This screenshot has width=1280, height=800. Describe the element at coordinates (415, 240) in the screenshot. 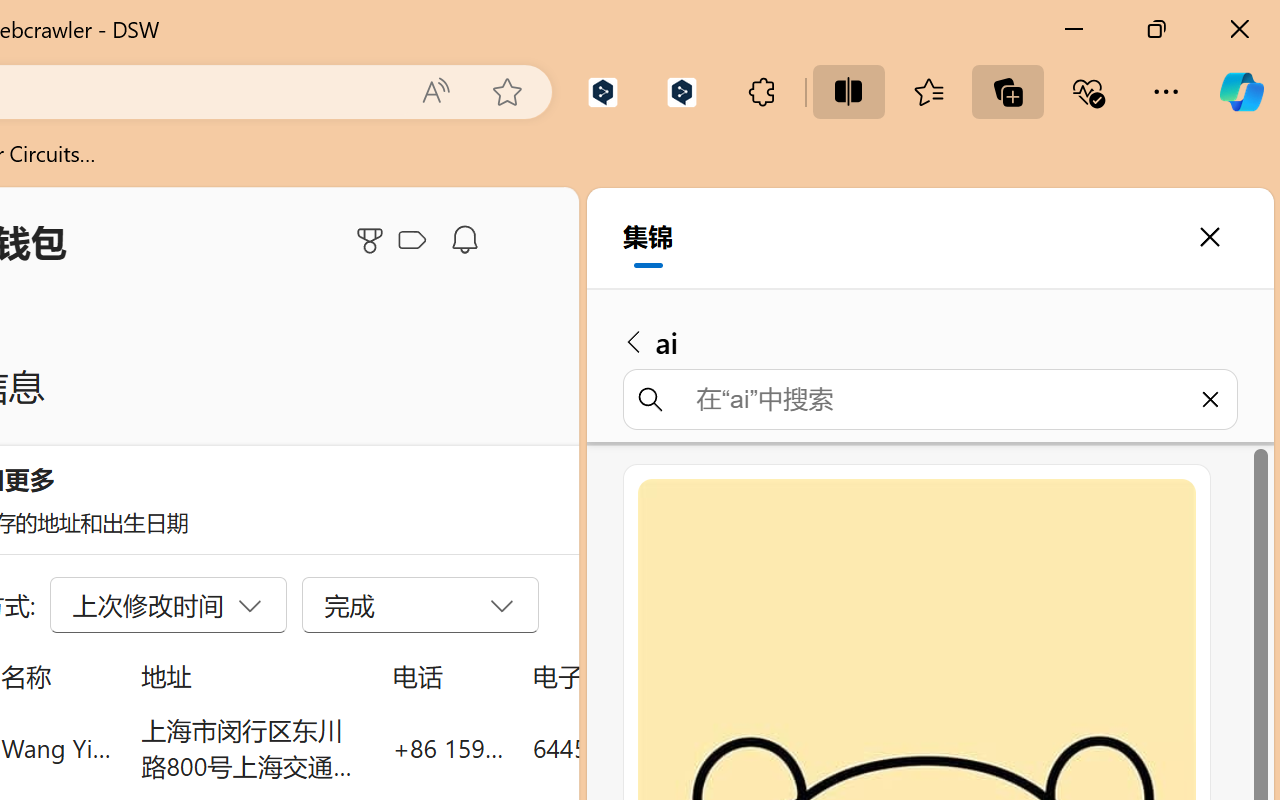

I see `'Microsoft Cashback'` at that location.